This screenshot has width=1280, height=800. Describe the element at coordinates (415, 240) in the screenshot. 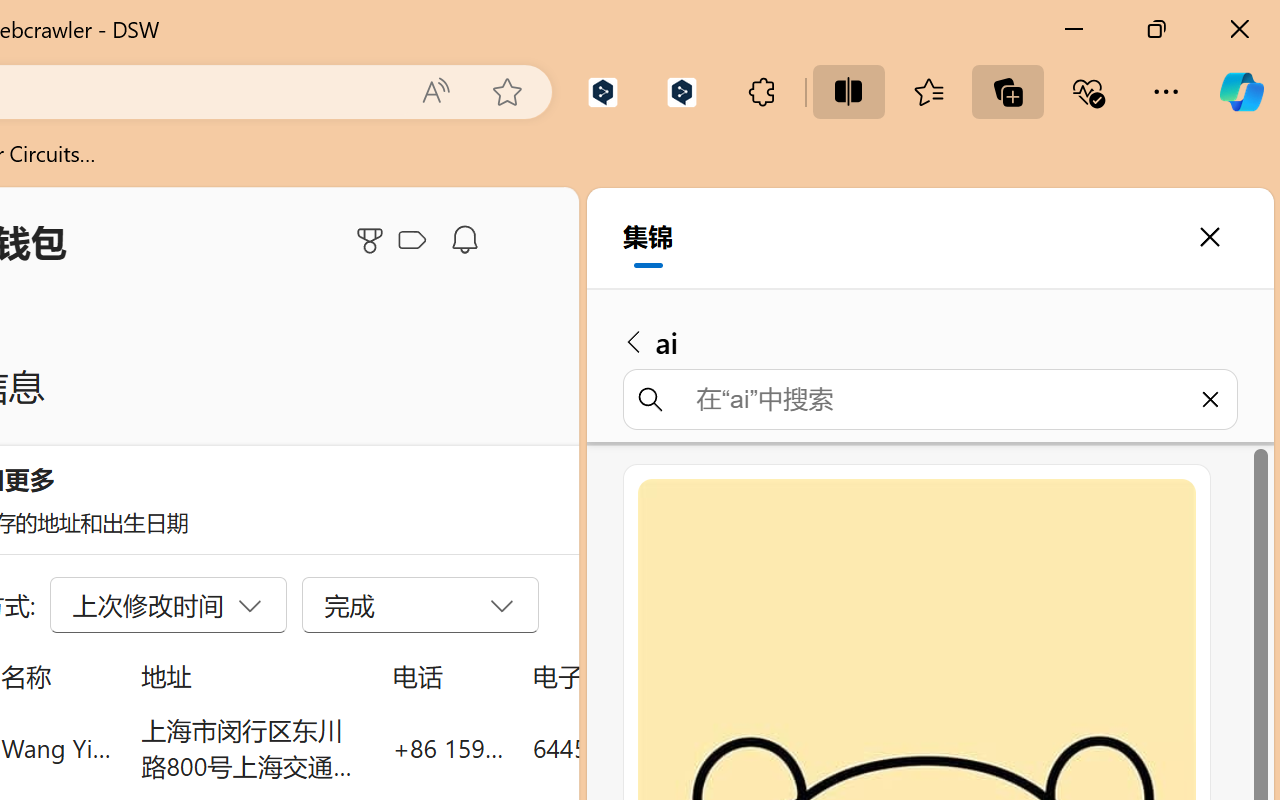

I see `'Microsoft Cashback'` at that location.